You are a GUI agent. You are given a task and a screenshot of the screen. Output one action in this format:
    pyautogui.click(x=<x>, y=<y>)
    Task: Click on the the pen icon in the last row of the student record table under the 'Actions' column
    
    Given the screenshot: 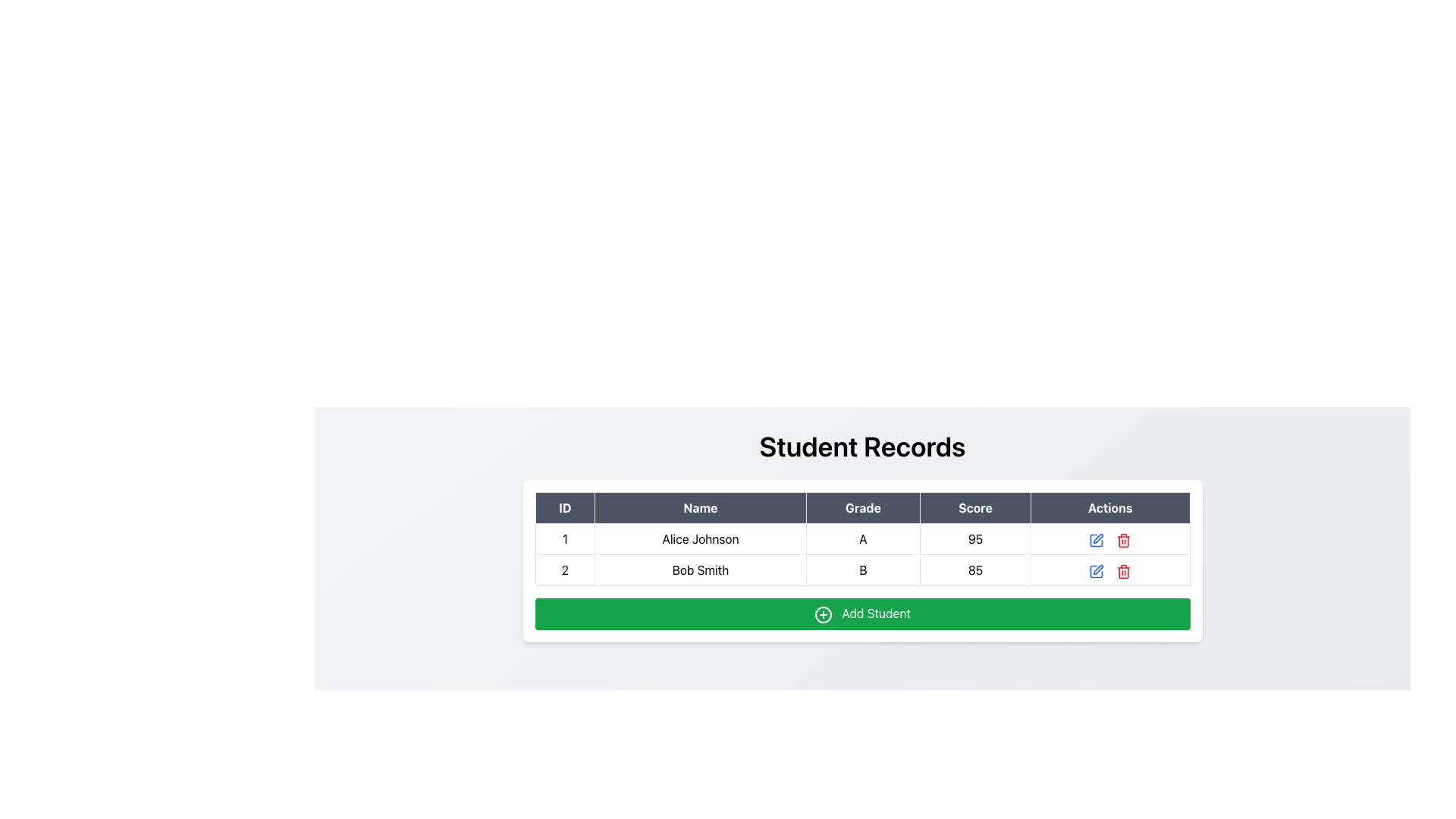 What is the action you would take?
    pyautogui.click(x=1098, y=570)
    